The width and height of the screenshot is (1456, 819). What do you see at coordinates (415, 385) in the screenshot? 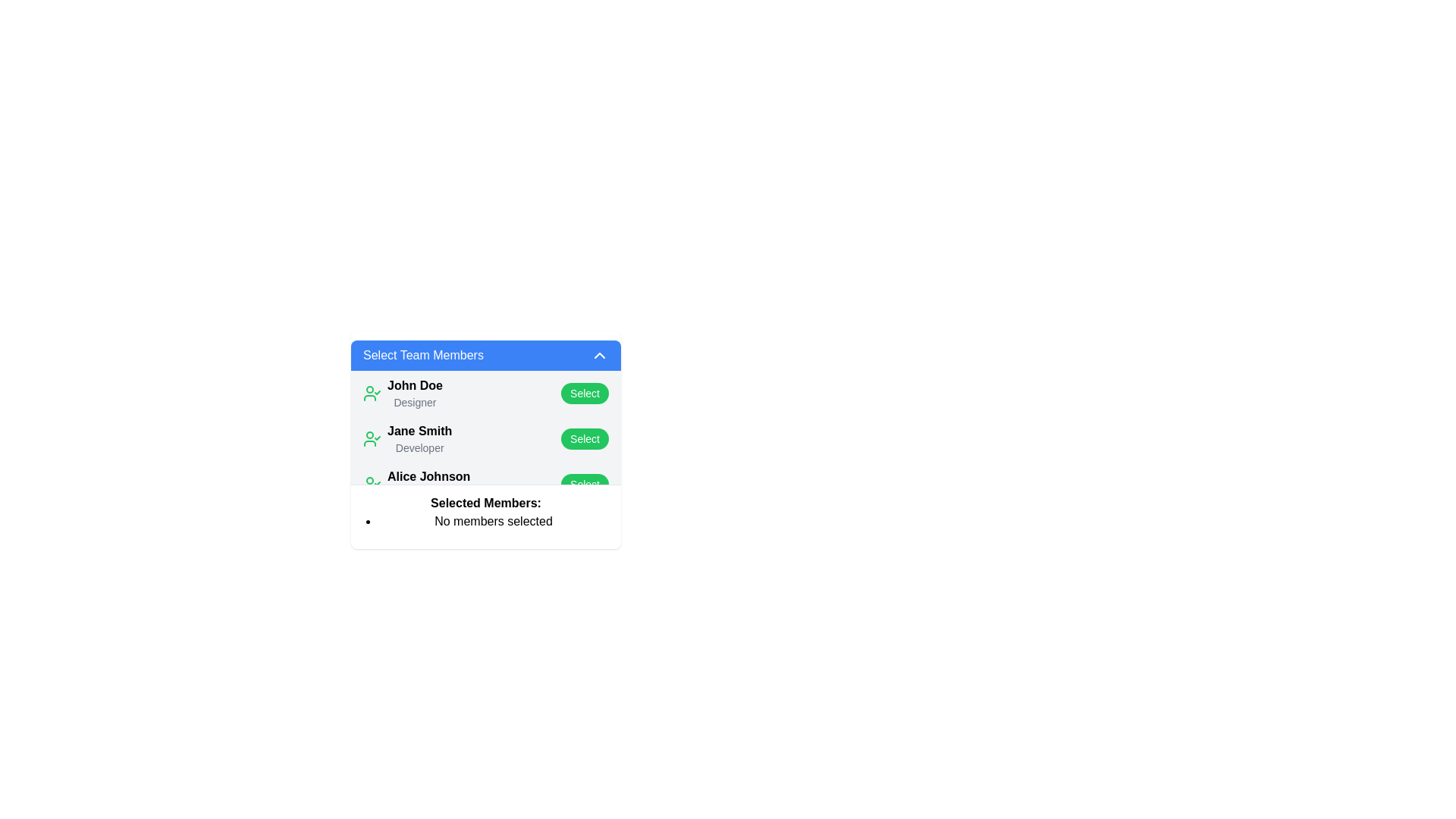
I see `the bold-styled text 'John Doe' to activate any tooltips` at bounding box center [415, 385].